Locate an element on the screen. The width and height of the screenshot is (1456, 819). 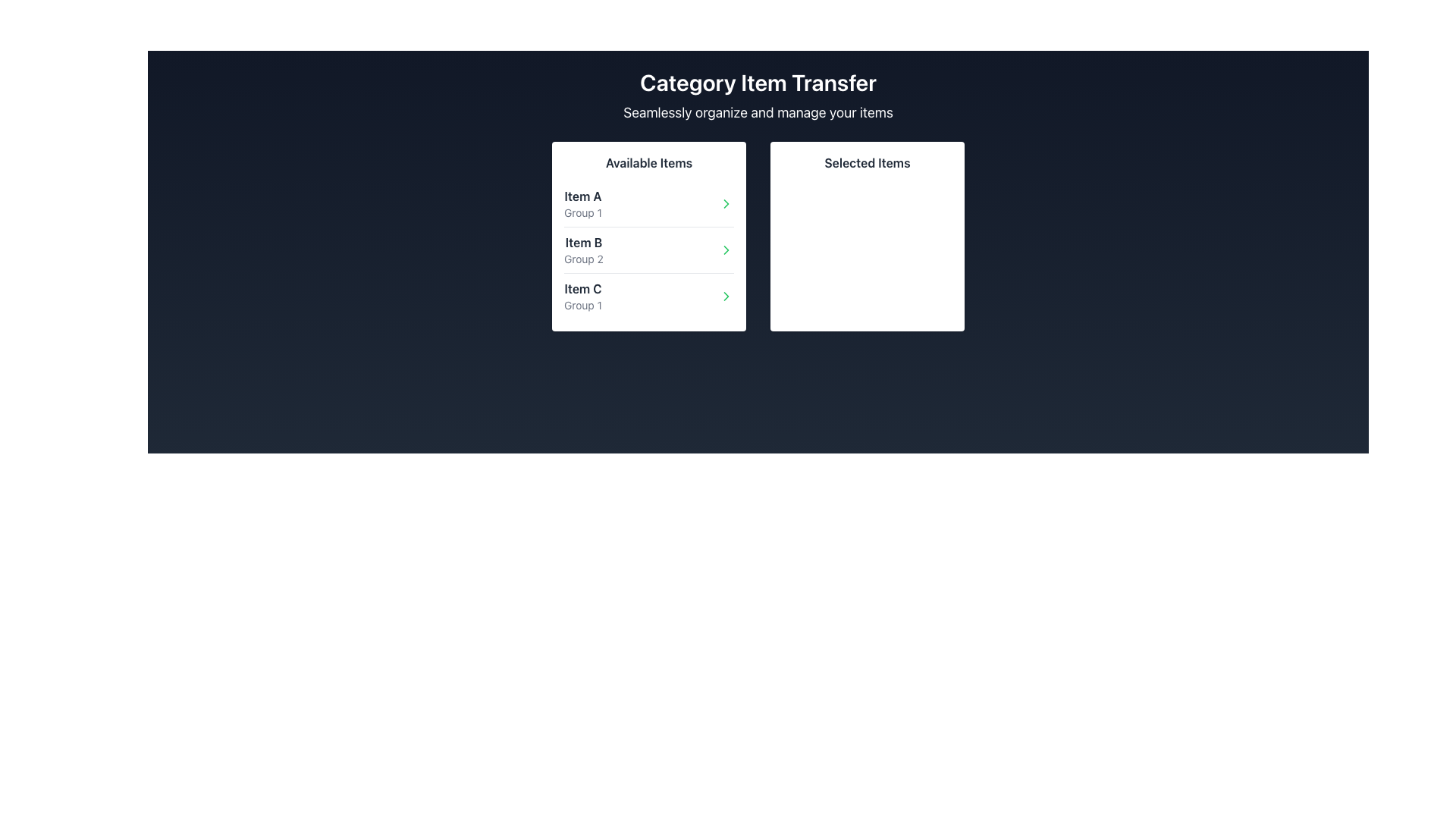
the third item is located at coordinates (648, 295).